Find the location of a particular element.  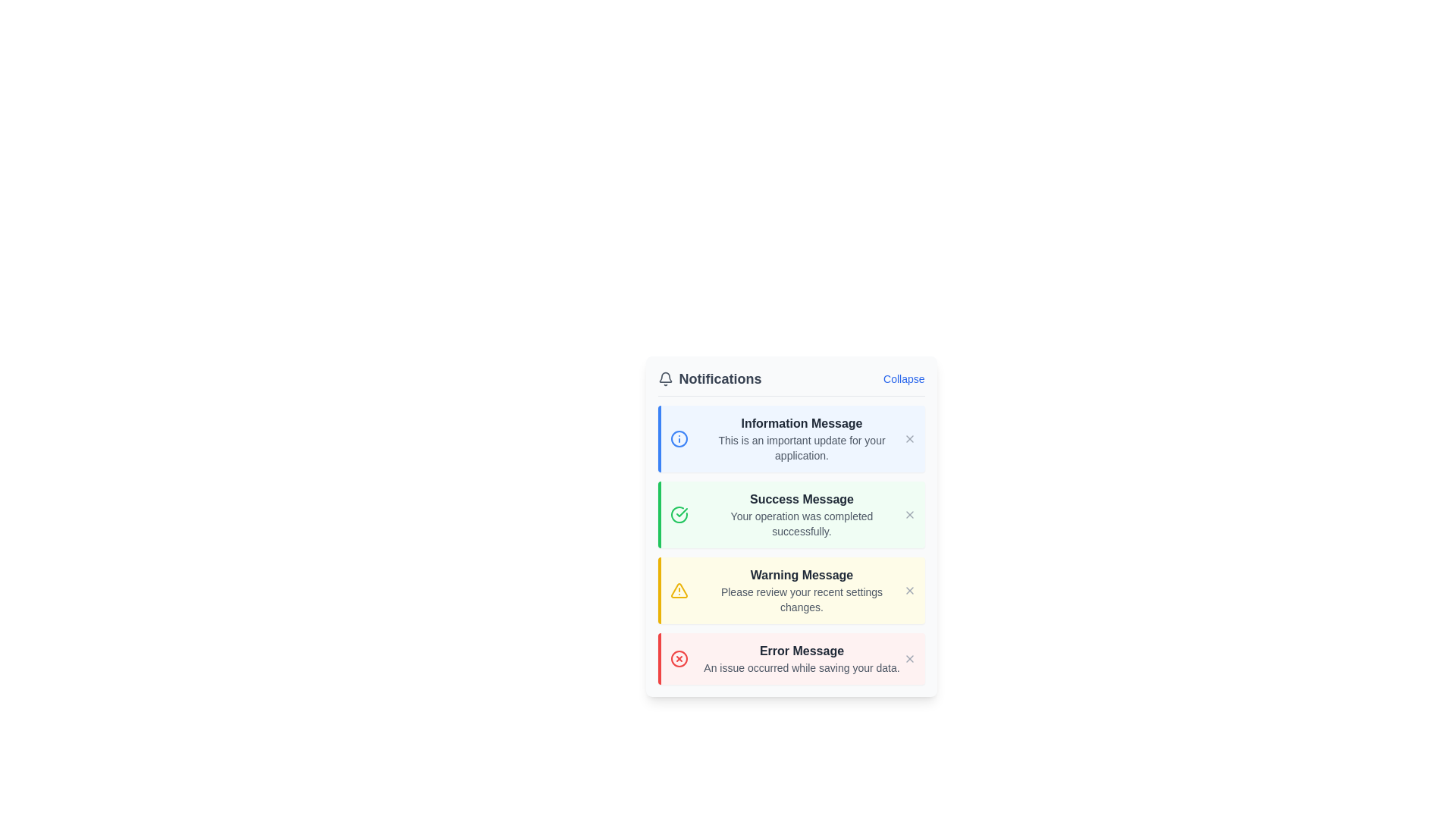

text label indicating the successful completion of an operation, which is located in the notification panel below 'Success Message' and above the green check icon is located at coordinates (801, 522).